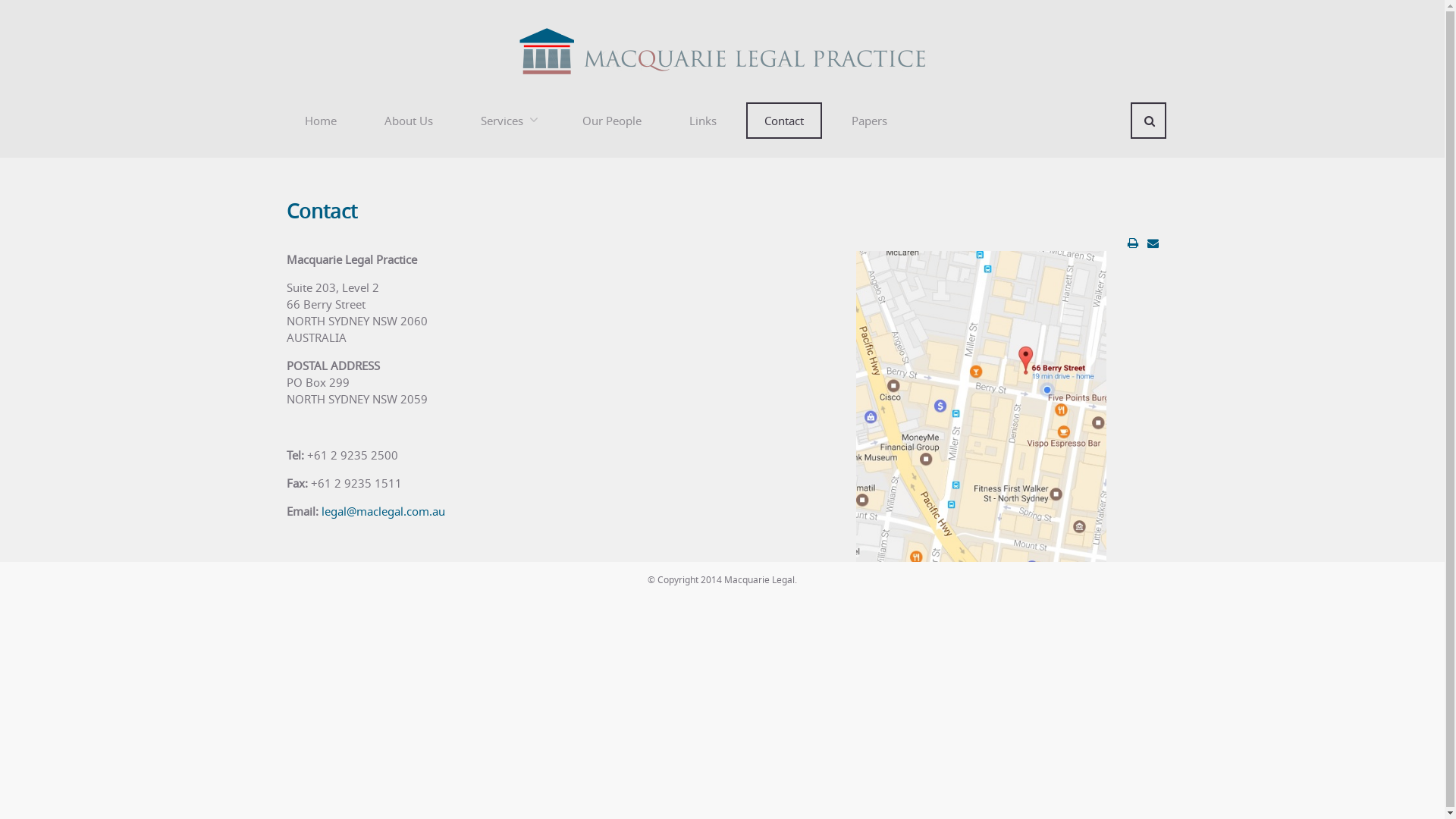 Image resolution: width=1456 pixels, height=819 pixels. What do you see at coordinates (701, 119) in the screenshot?
I see `'Links'` at bounding box center [701, 119].